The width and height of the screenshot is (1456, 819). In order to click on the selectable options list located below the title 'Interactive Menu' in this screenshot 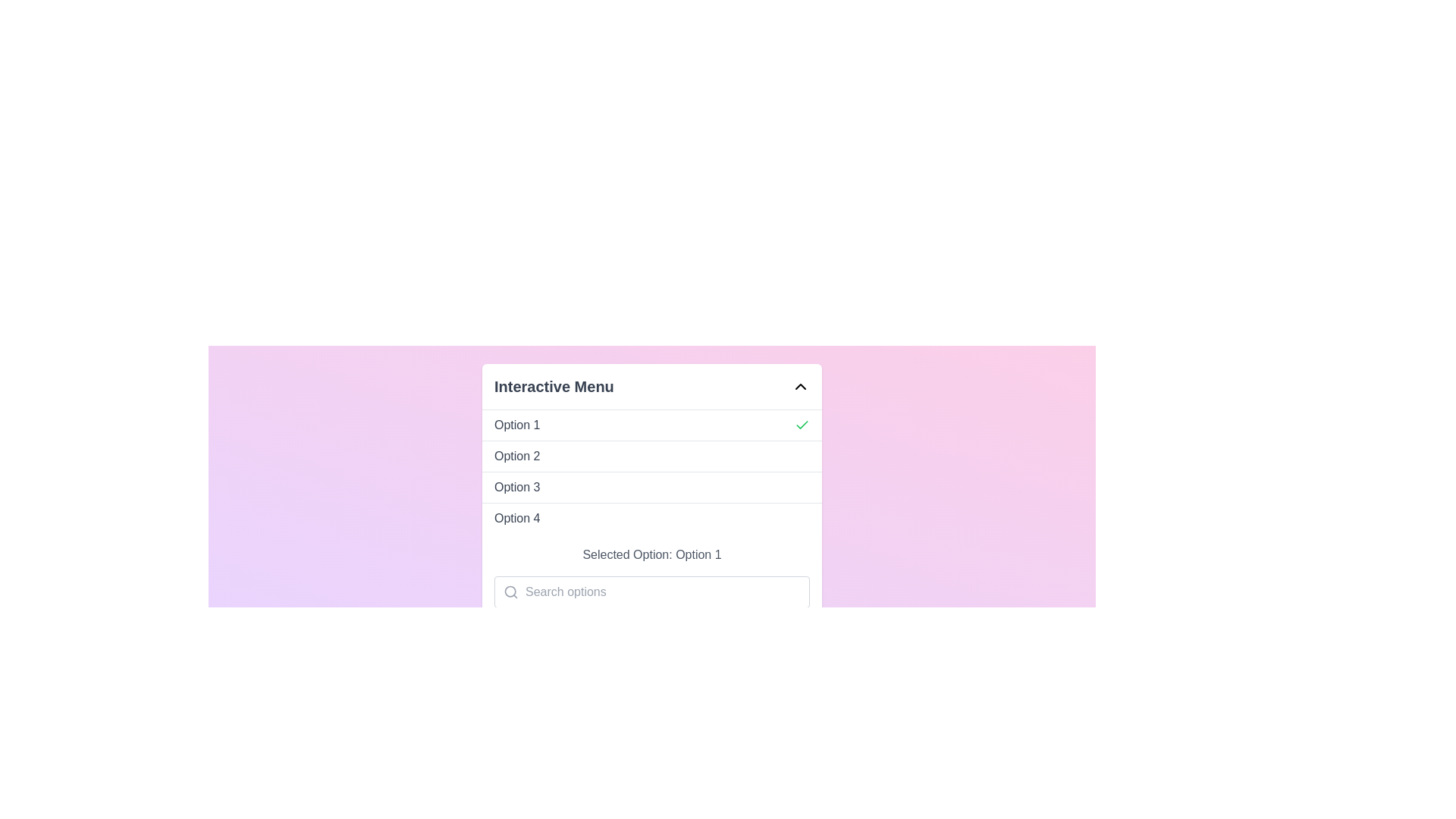, I will do `click(651, 471)`.